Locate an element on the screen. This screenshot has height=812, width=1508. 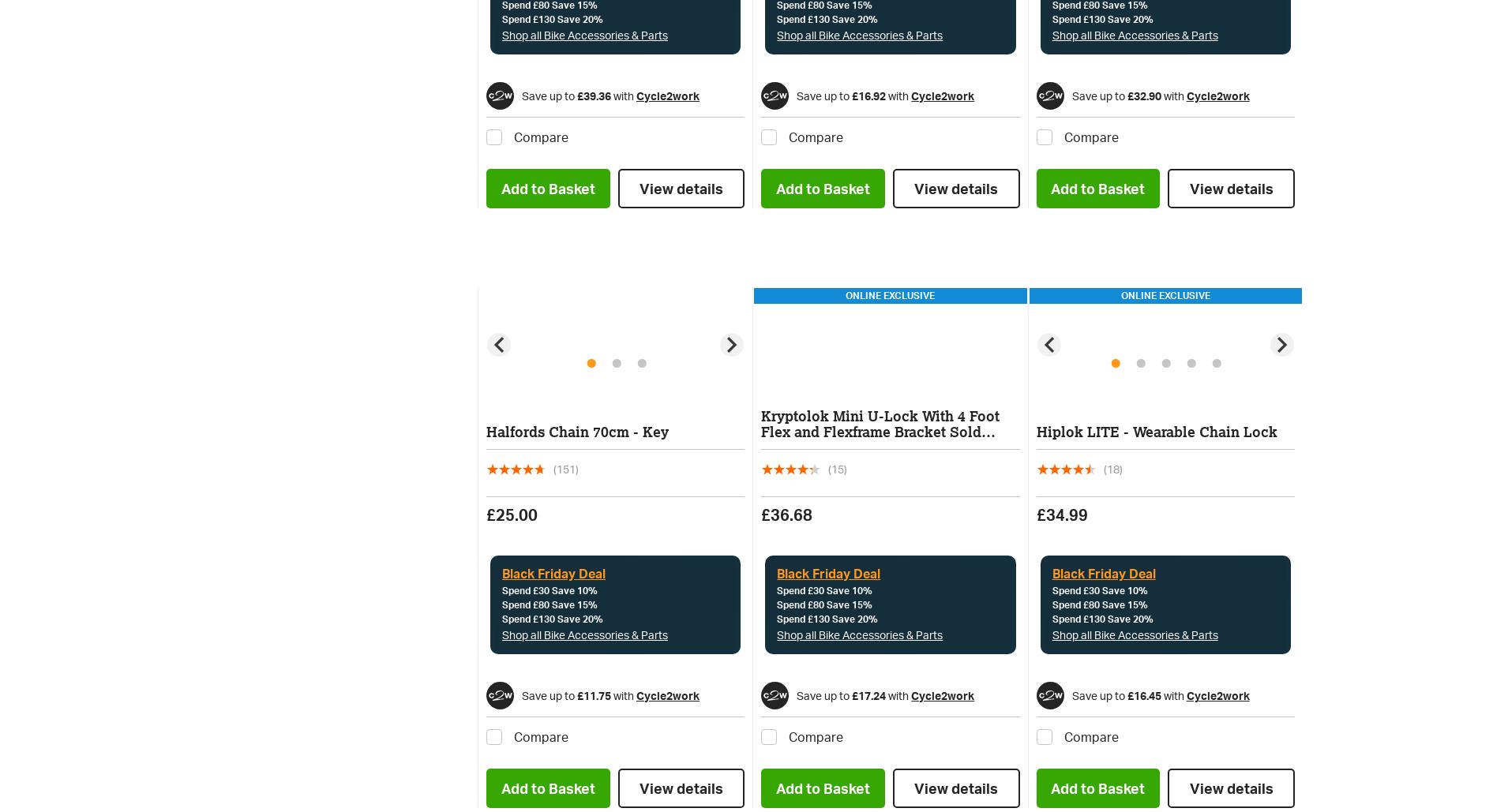
'£25.00' is located at coordinates (486, 515).